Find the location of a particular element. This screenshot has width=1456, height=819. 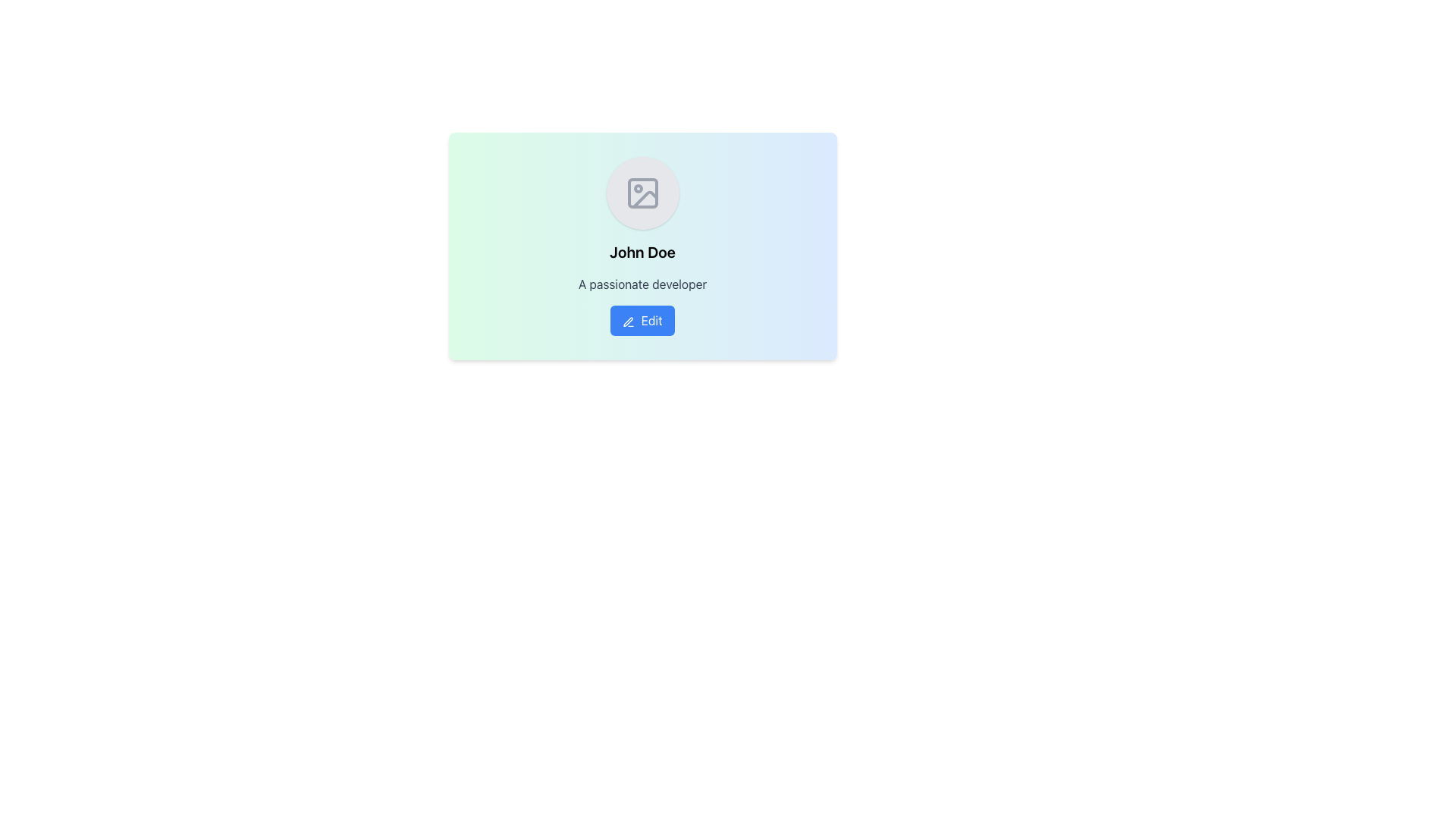

the image placeholder that serves as a user avatar space, located above the text 'John Doe' and 'A passionate developer', and directly above the blue 'Edit' button is located at coordinates (642, 192).